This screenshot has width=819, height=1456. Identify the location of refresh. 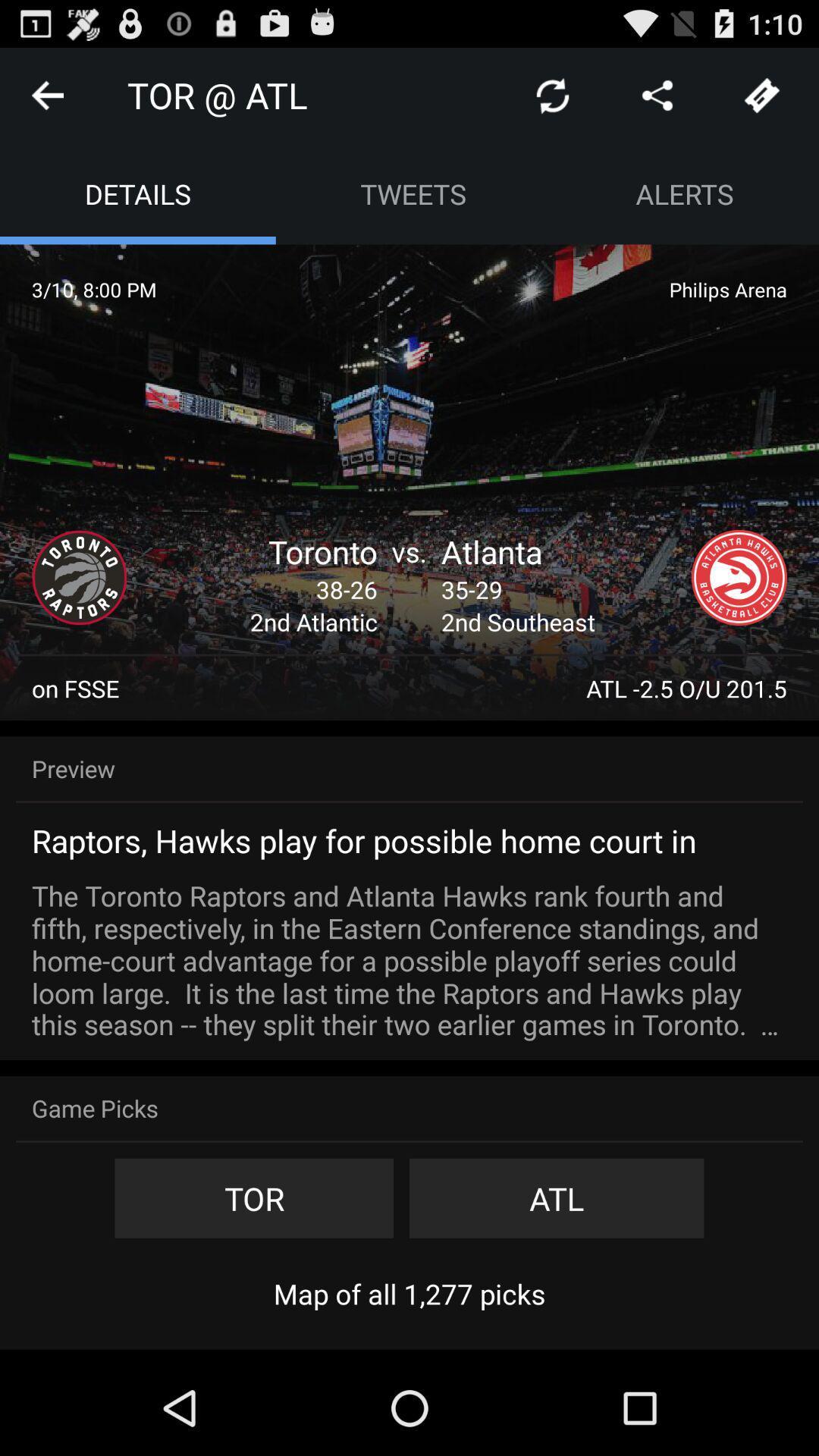
(553, 94).